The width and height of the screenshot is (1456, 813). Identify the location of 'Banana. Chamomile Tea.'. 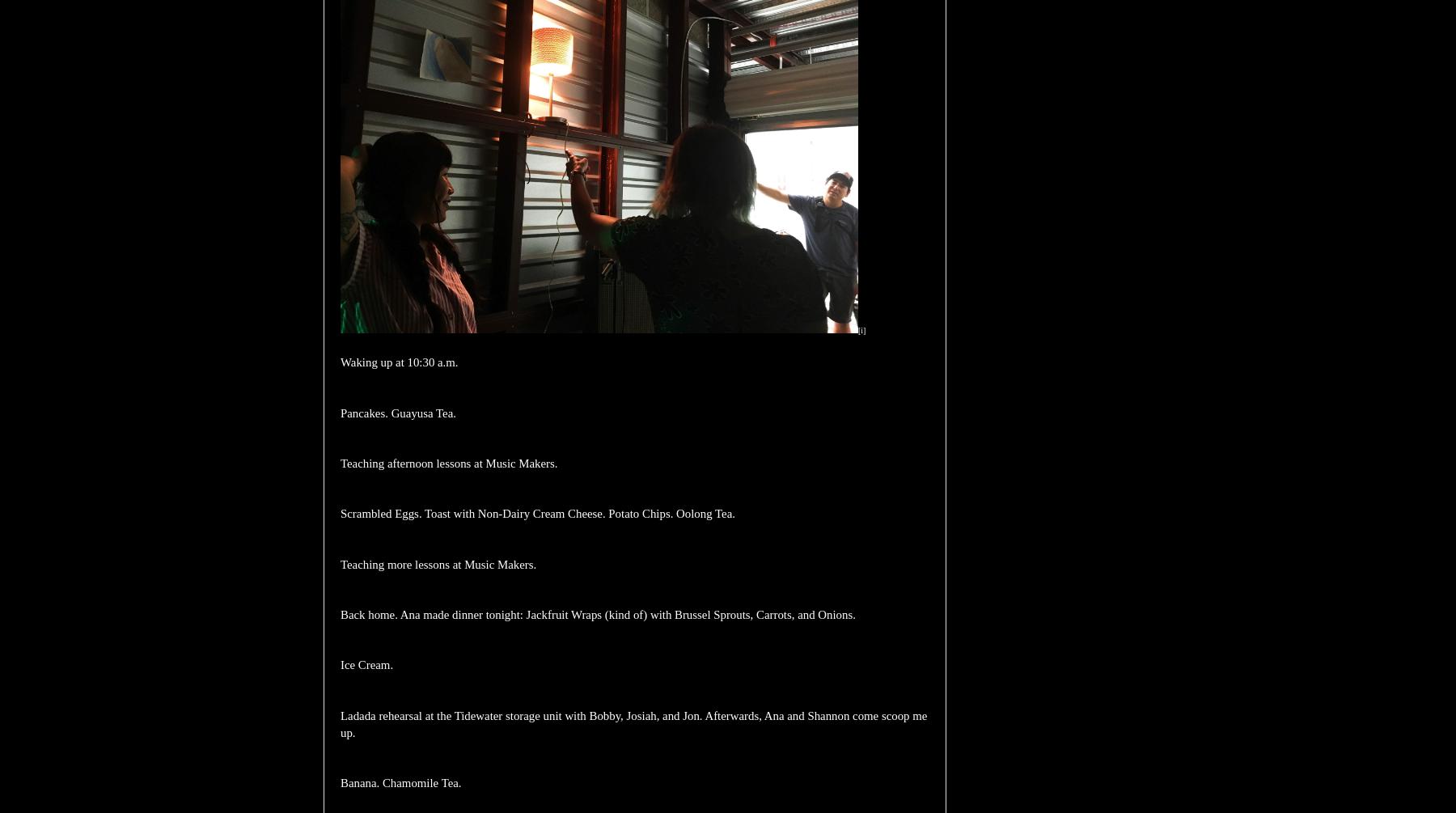
(400, 781).